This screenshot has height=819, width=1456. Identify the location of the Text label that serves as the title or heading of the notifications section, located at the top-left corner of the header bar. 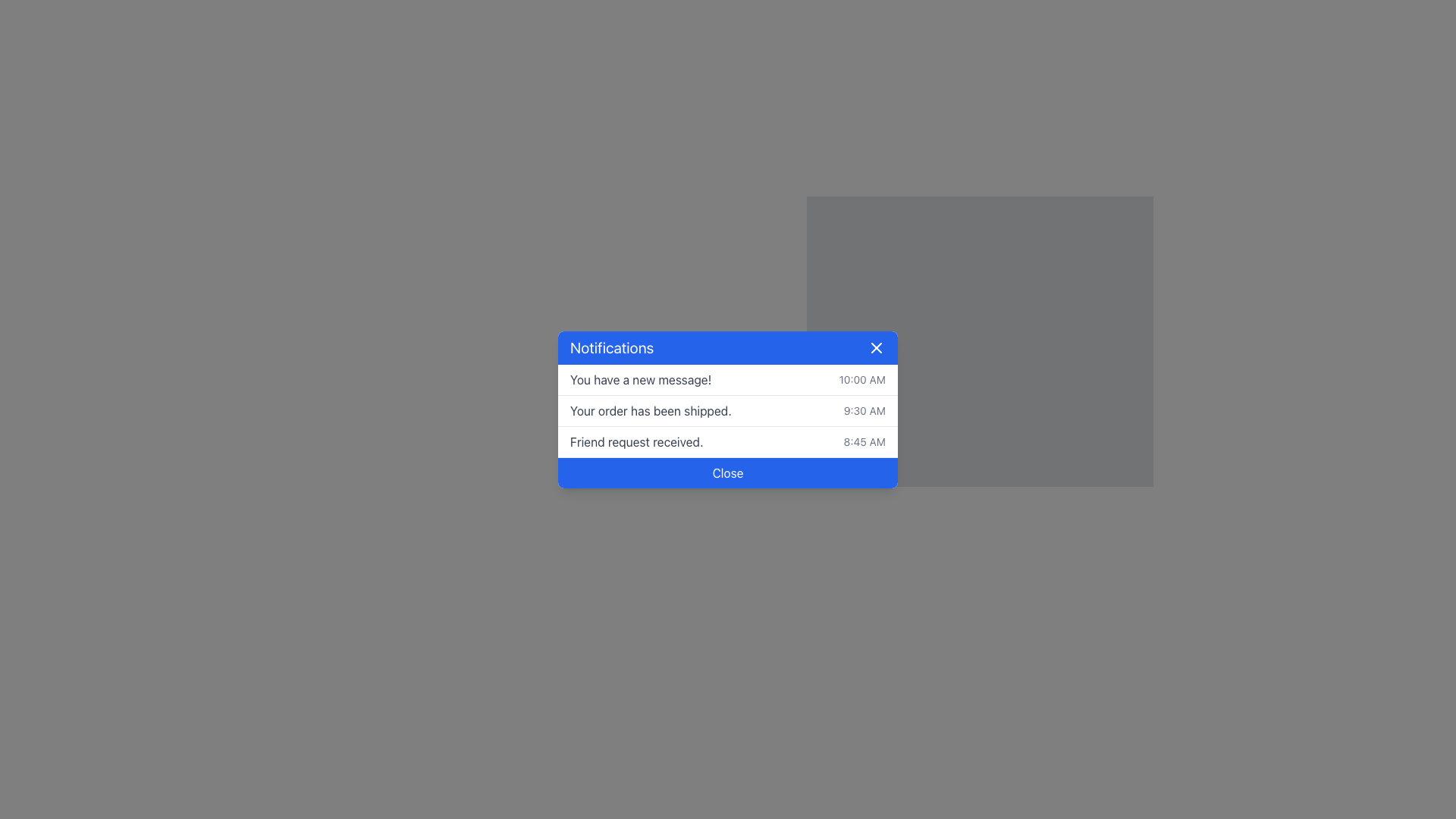
(612, 347).